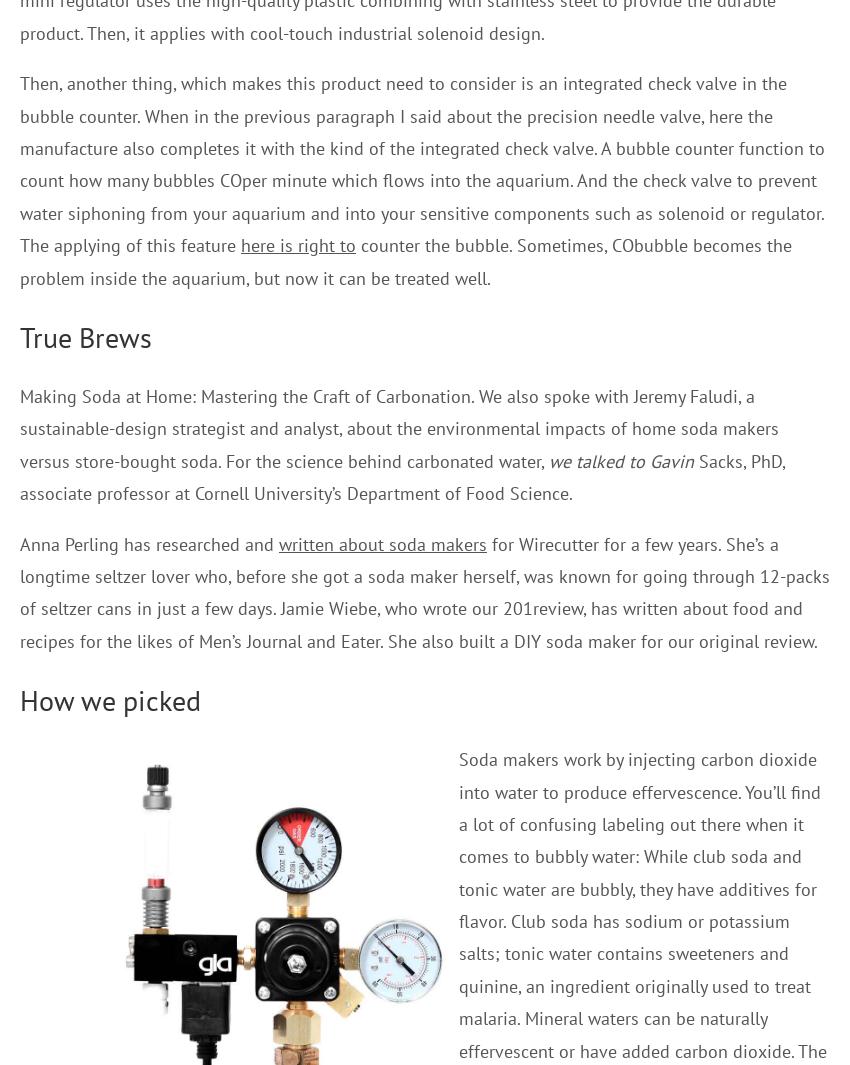 The height and width of the screenshot is (1065, 850). Describe the element at coordinates (399, 427) in the screenshot. I see `'Making Soda at Home: Mastering the Craft of Carbonation. We also spoke with Jeremy Faludi, a sustainable-design strategist and analyst, about the environmental impacts of home soda makers versus store-bought soda. For the science behind carbonated water,'` at that location.